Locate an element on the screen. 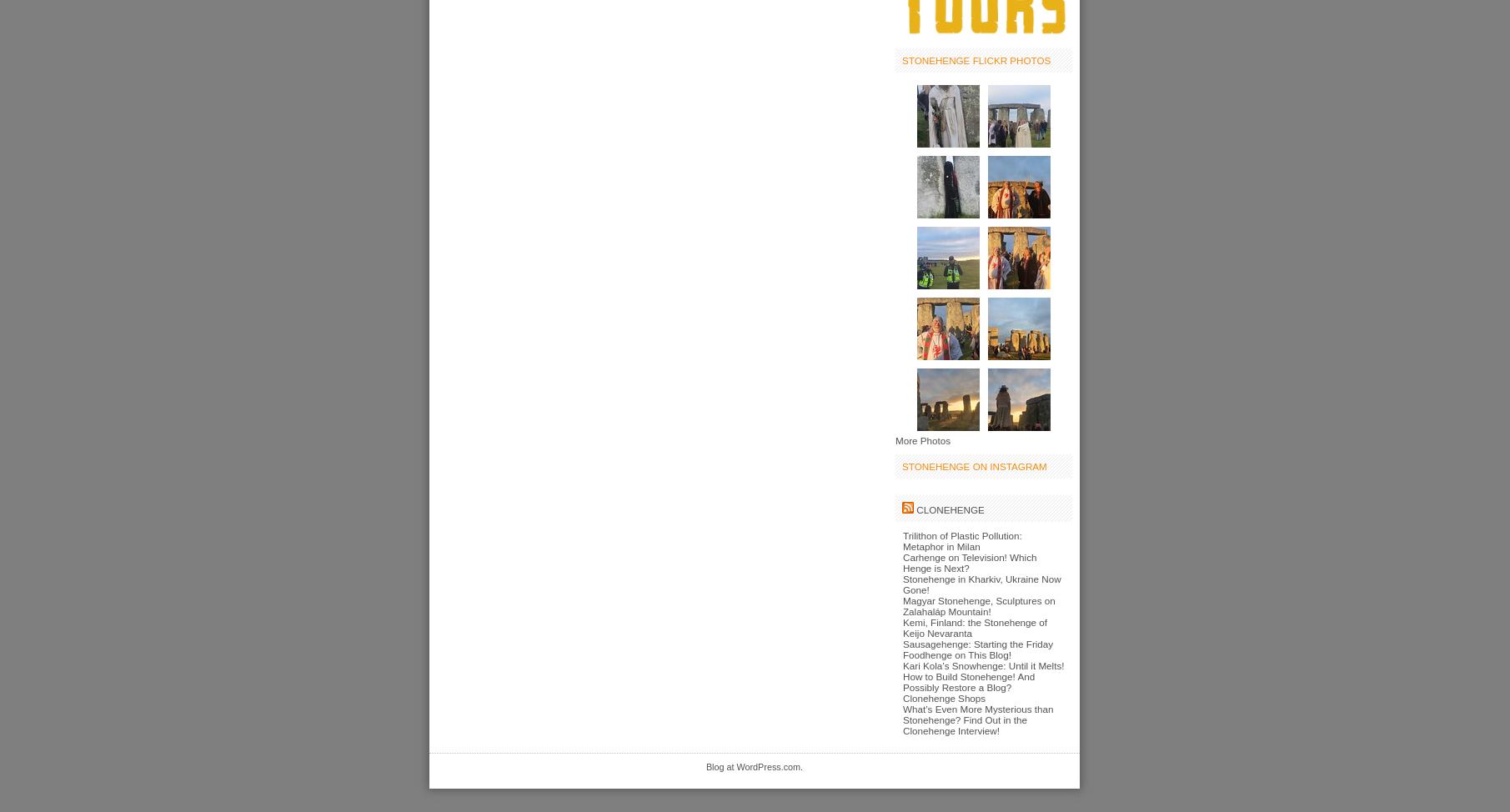 The height and width of the screenshot is (812, 1510). 'Stonehenge in Kharkiv, Ukraine Now Gone!' is located at coordinates (981, 584).